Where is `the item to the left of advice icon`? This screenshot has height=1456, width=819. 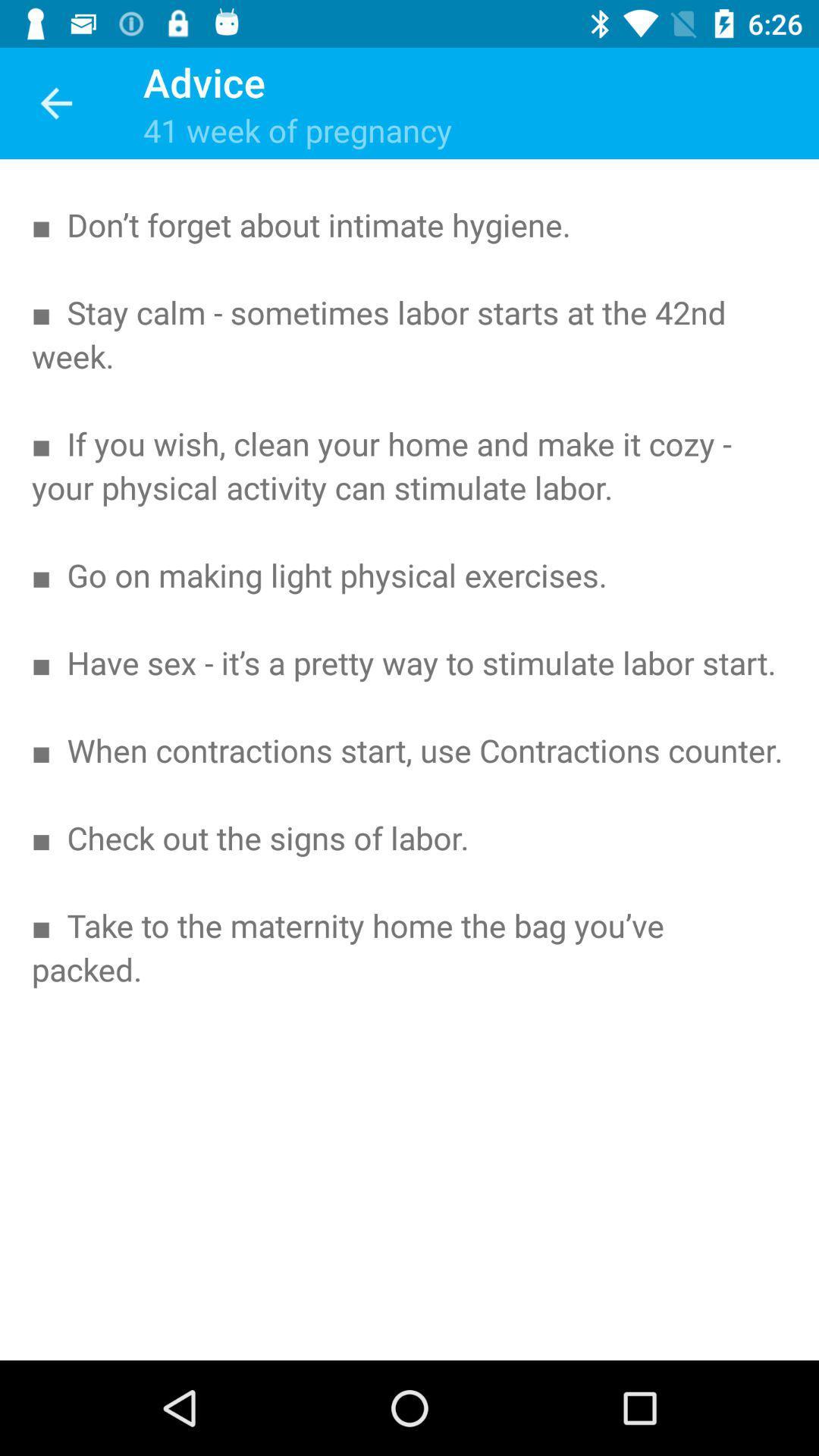
the item to the left of advice icon is located at coordinates (55, 102).